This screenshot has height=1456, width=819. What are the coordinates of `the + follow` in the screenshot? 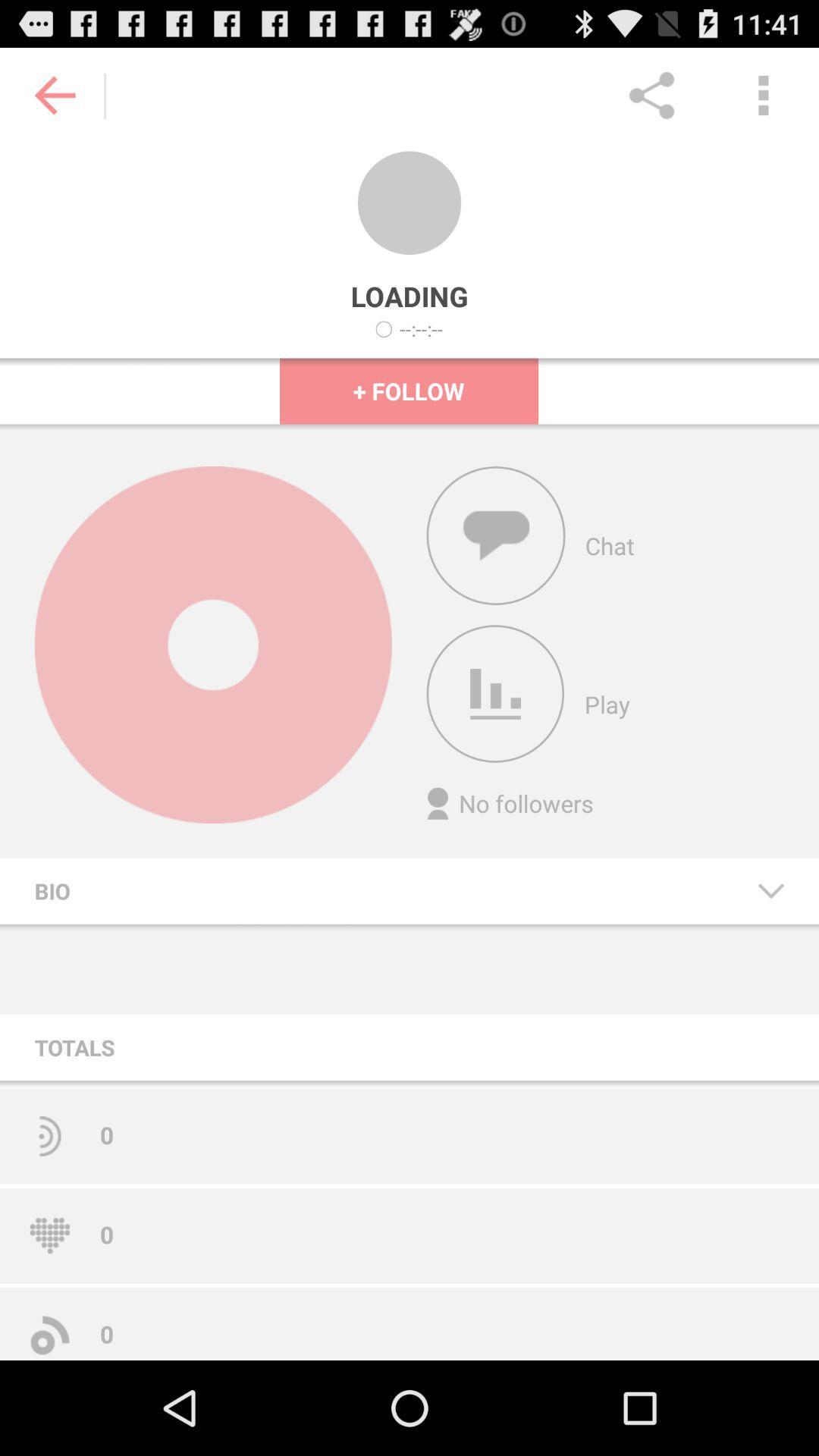 It's located at (408, 391).